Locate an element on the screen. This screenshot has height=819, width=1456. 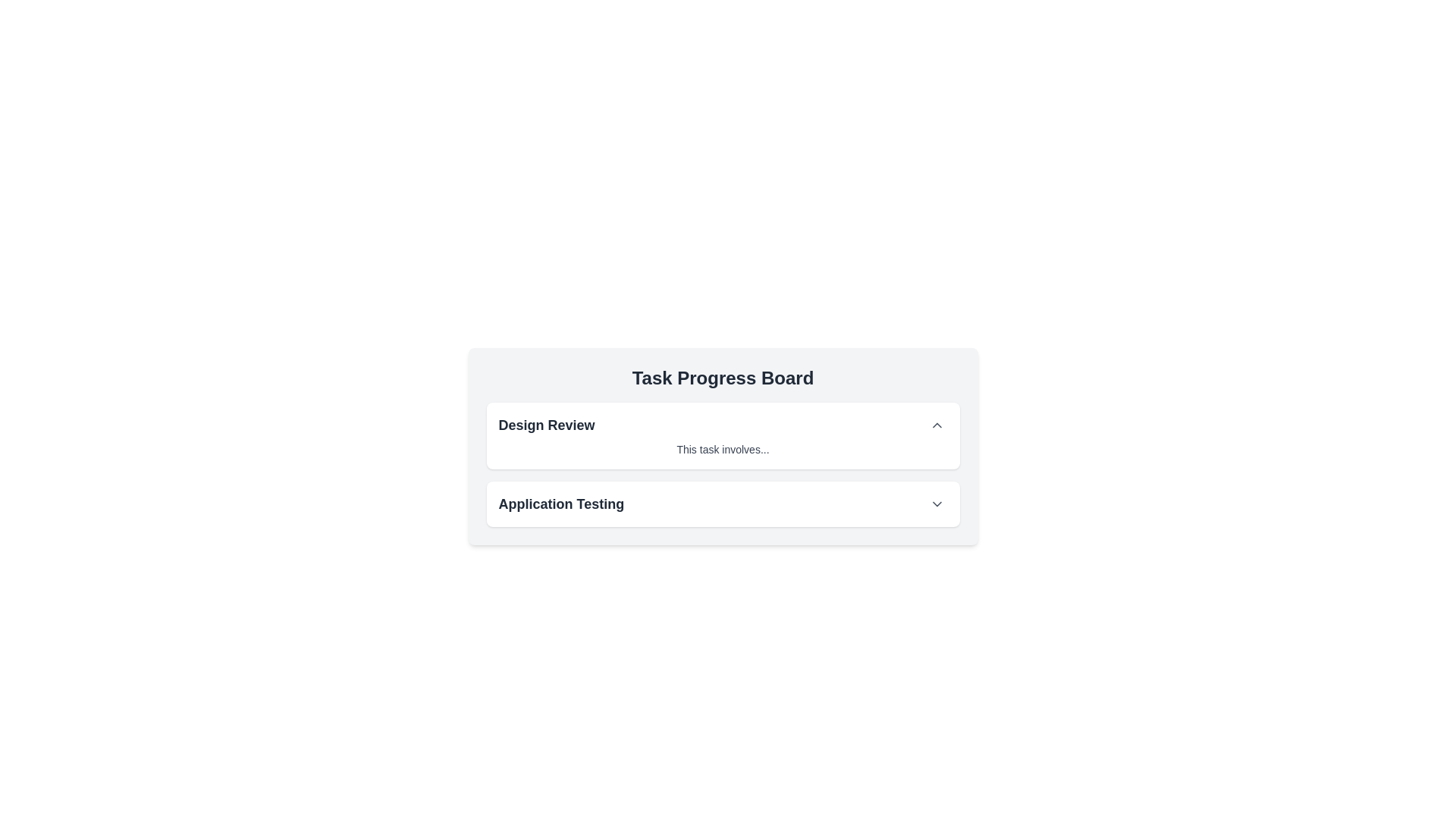
the collapsible/expandable icon located at the right end of the 'Application Testing' section header is located at coordinates (936, 504).